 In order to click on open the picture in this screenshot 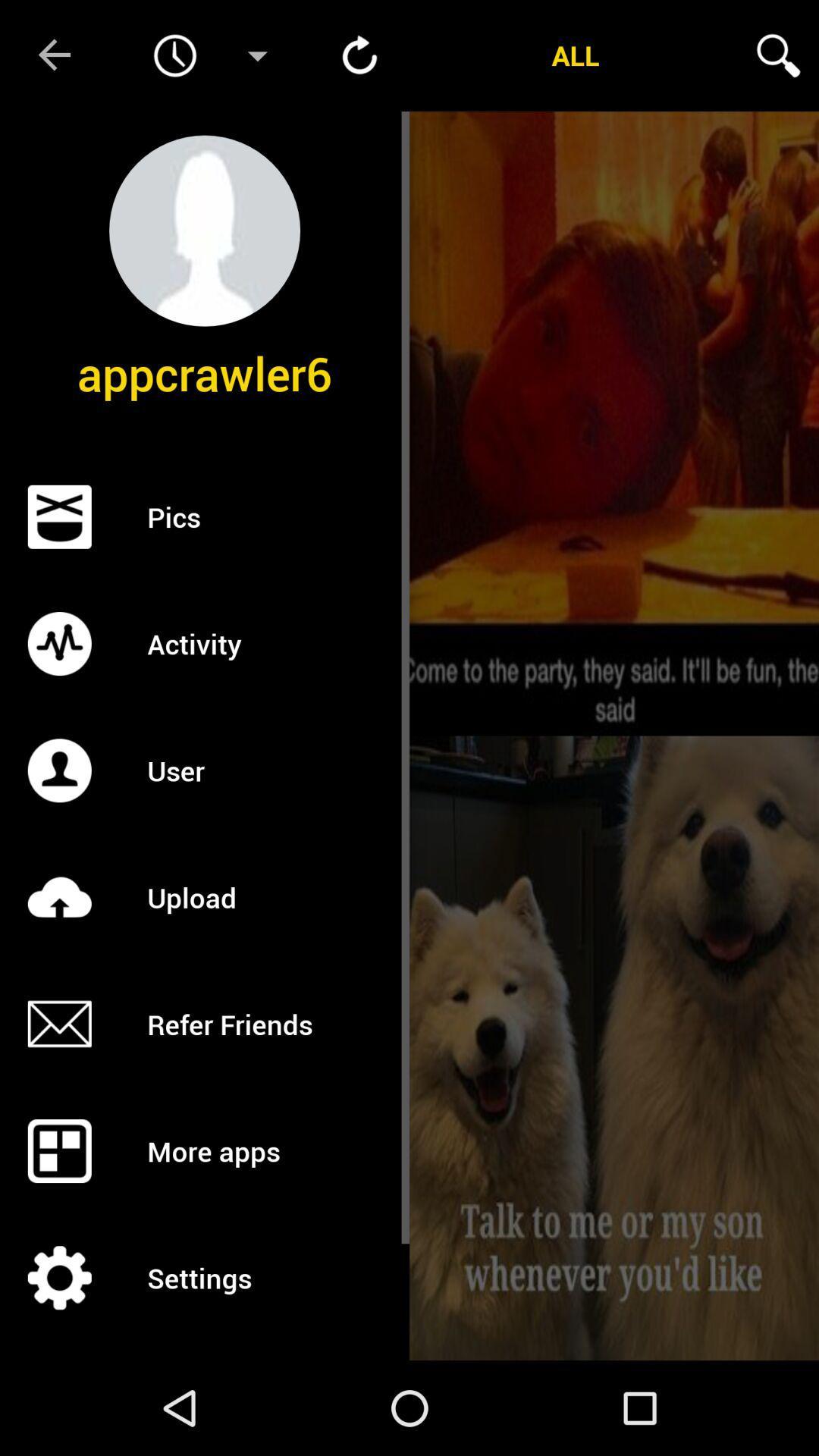, I will do `click(614, 423)`.